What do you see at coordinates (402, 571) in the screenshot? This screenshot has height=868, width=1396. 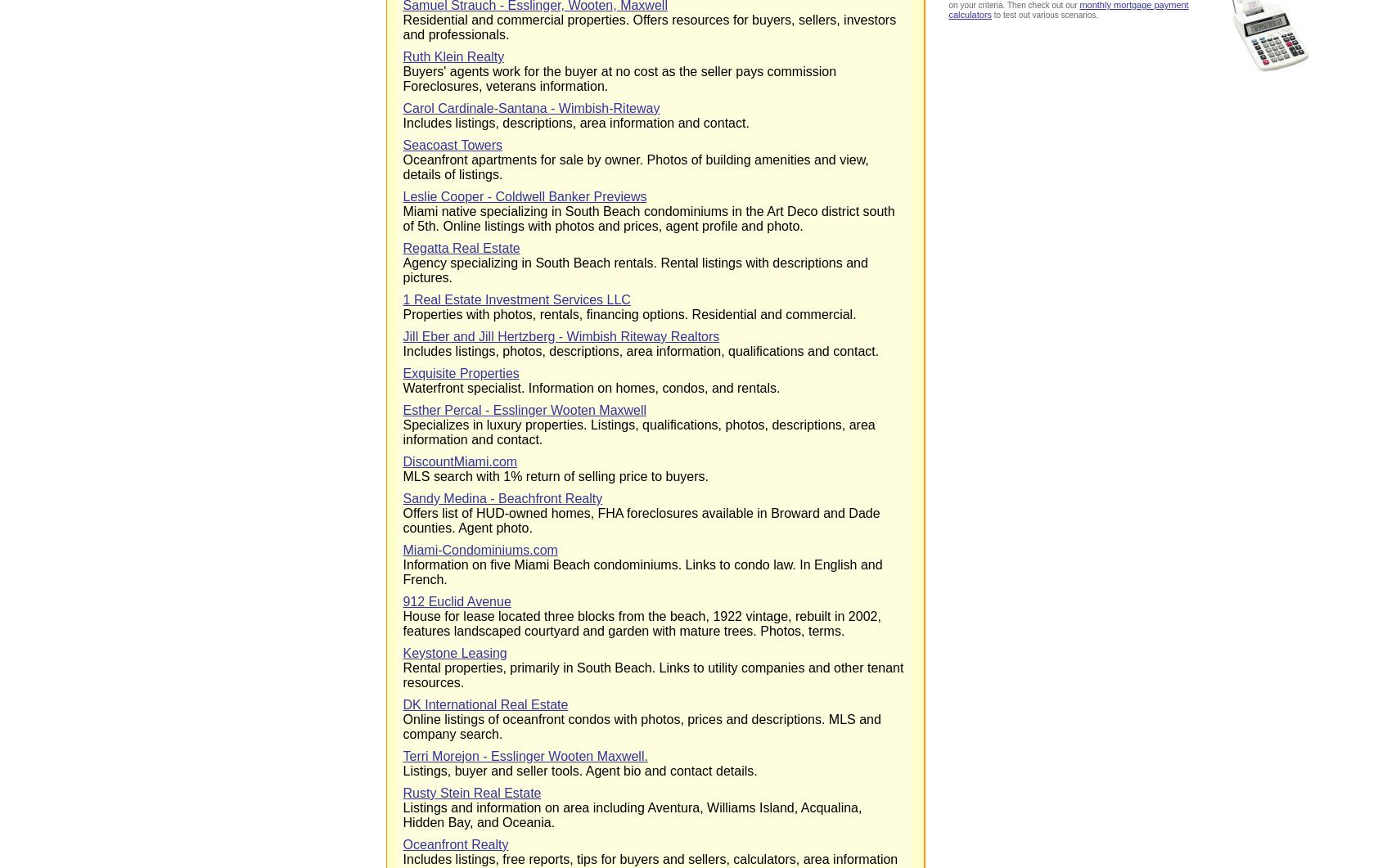 I see `'Information on five Miami Beach condominiums. Links to condo law. In English and French.'` at bounding box center [402, 571].